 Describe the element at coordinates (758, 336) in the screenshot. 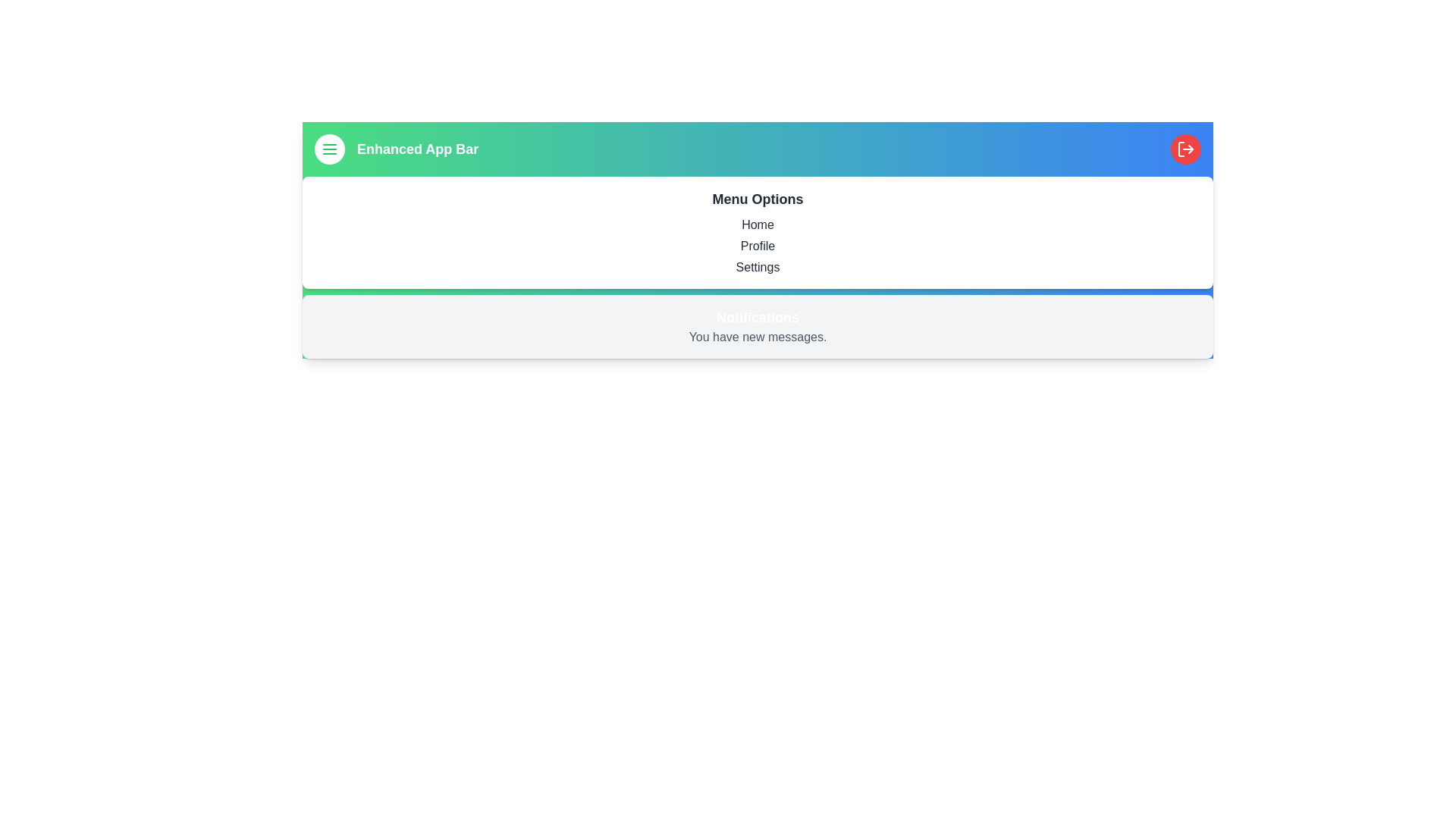

I see `the 'You have new messages.' text in the notifications section` at that location.